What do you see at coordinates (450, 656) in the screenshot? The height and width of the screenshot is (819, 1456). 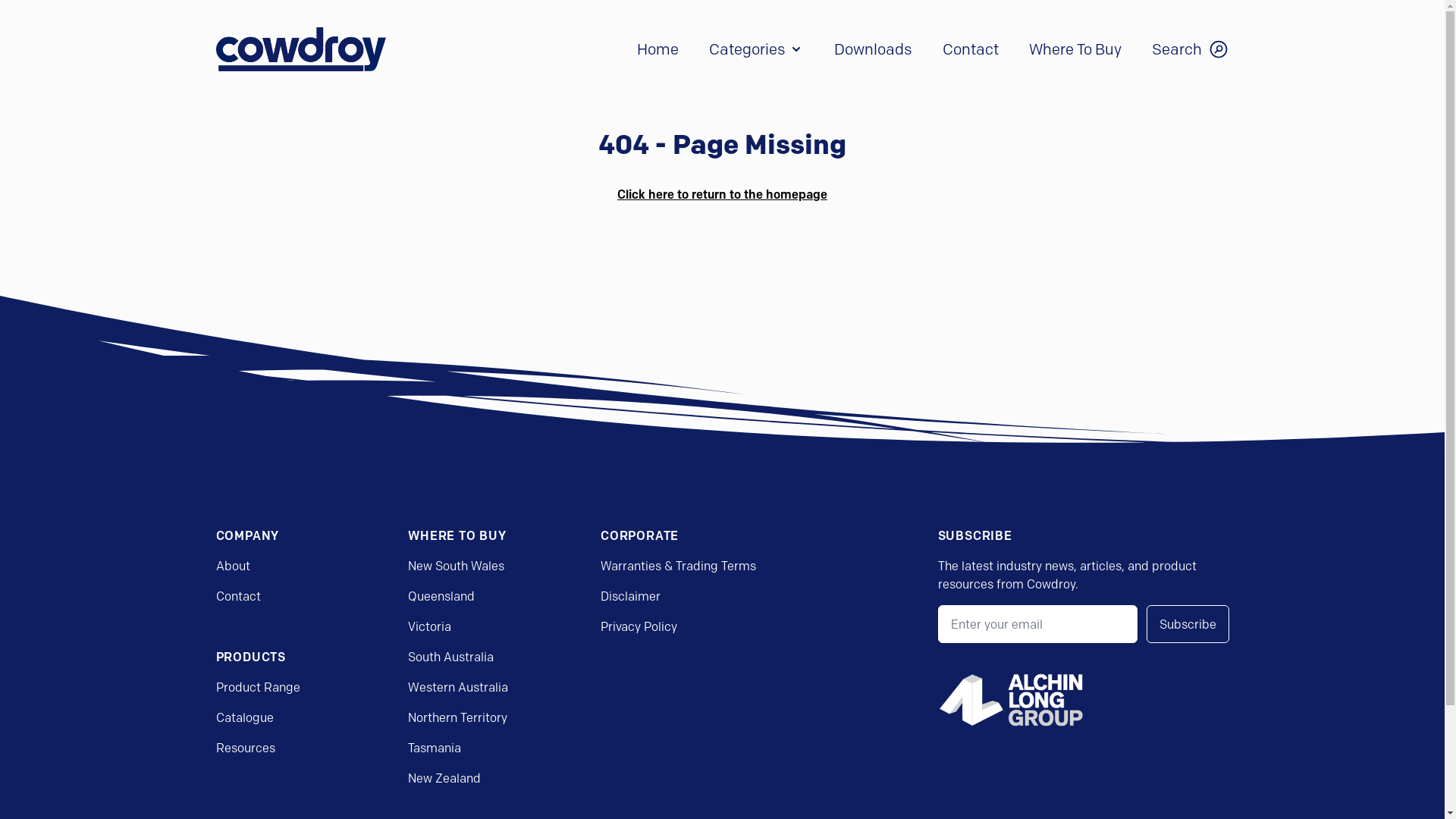 I see `'South Australia'` at bounding box center [450, 656].